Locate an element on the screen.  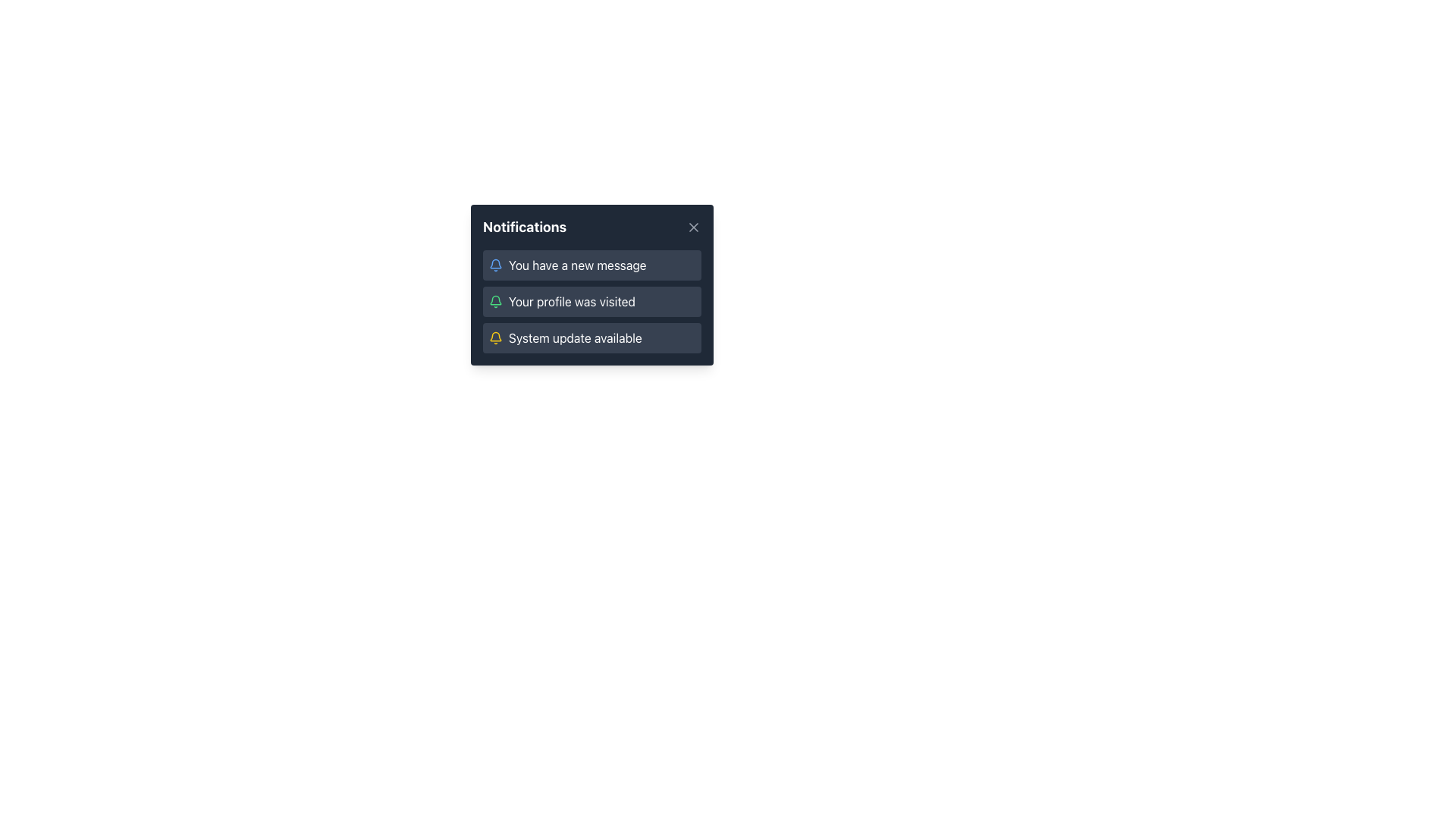
the notification bell icon located near the top-left corner of the notification box, next is located at coordinates (495, 300).